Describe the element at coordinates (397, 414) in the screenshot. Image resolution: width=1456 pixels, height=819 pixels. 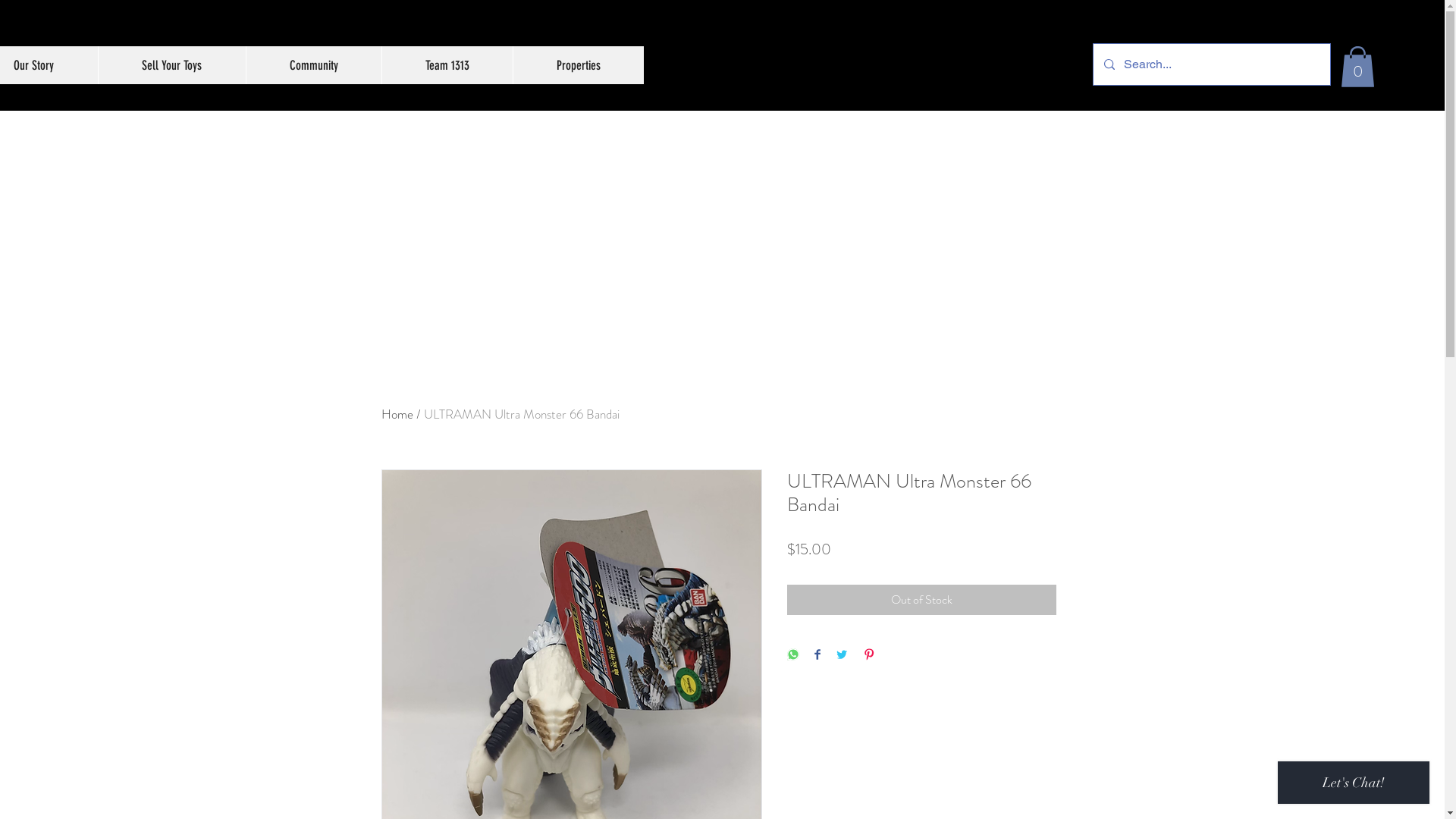
I see `'Home'` at that location.